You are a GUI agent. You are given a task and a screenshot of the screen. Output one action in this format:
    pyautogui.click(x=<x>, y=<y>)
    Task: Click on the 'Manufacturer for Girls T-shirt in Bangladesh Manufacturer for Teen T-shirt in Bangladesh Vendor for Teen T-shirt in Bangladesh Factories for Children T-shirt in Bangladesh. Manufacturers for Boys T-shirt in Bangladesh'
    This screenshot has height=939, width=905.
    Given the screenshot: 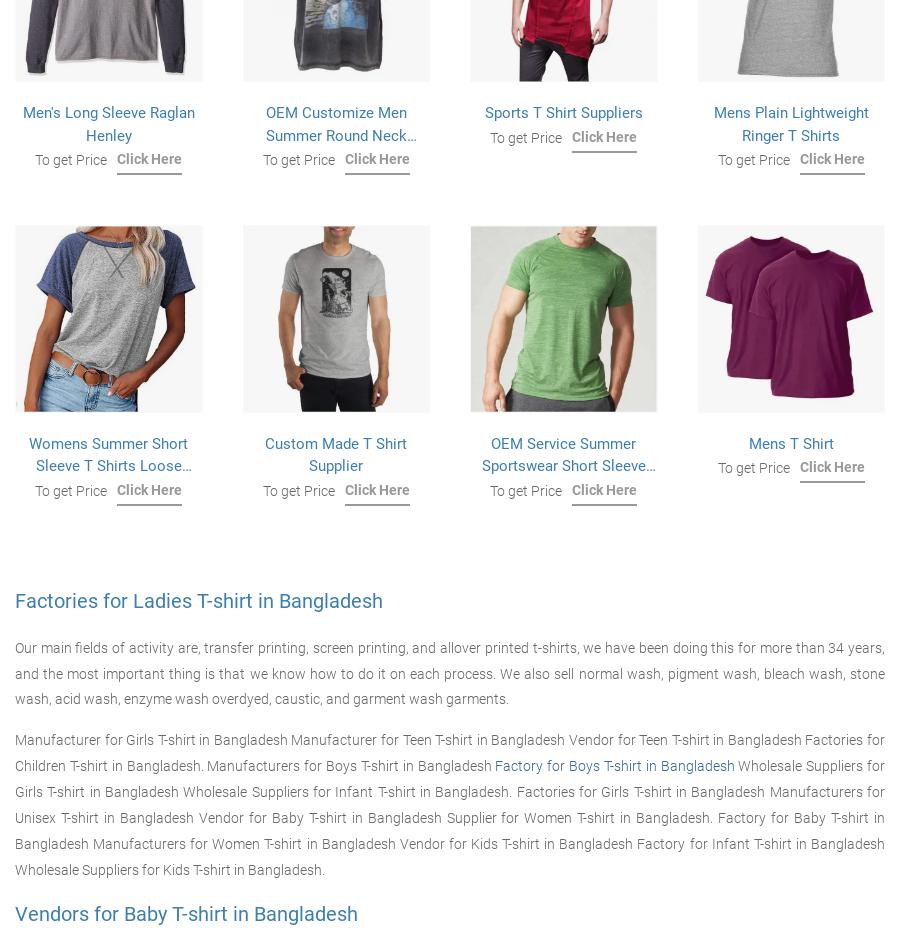 What is the action you would take?
    pyautogui.click(x=448, y=752)
    